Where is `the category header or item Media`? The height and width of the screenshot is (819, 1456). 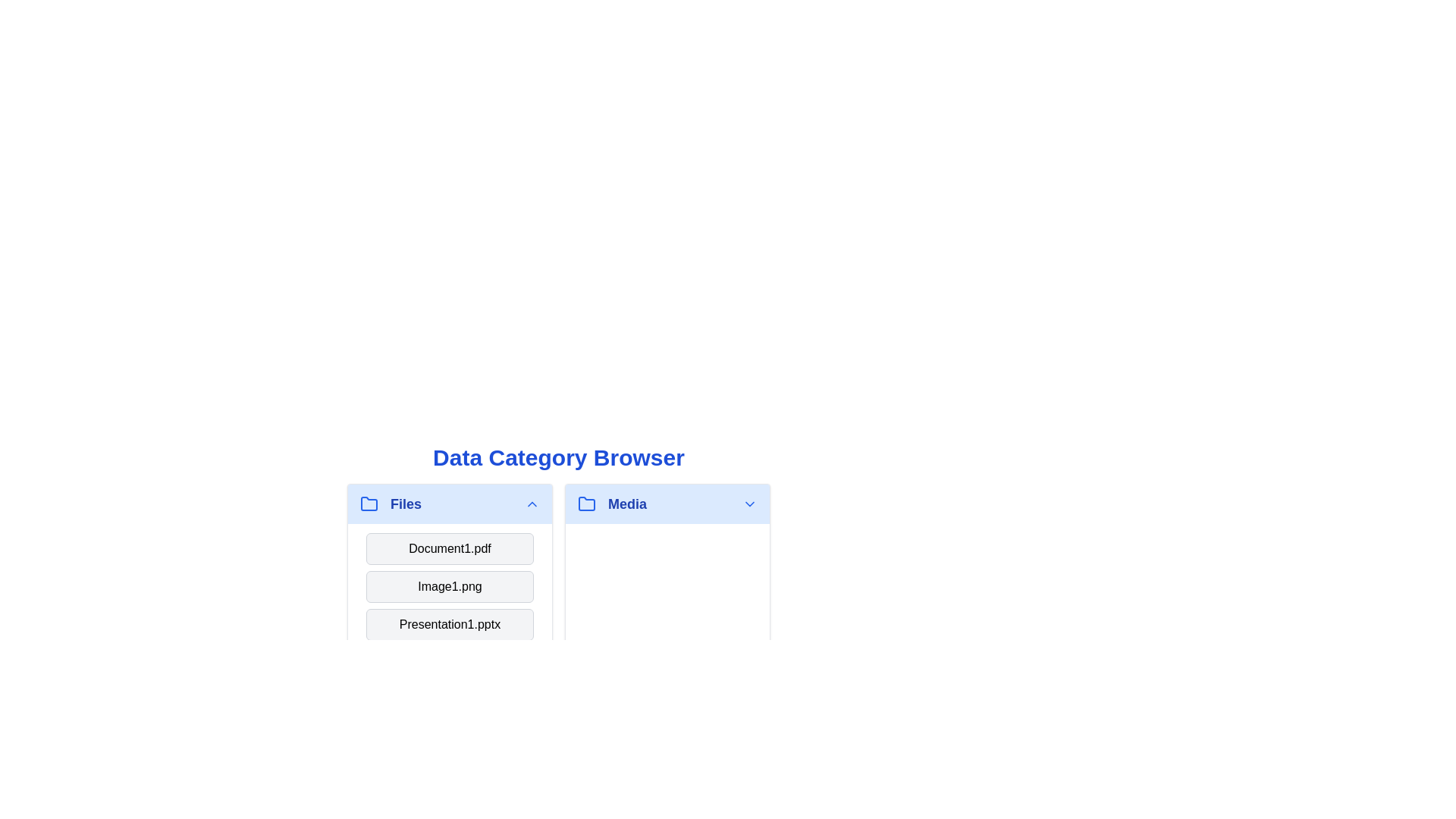
the category header or item Media is located at coordinates (667, 504).